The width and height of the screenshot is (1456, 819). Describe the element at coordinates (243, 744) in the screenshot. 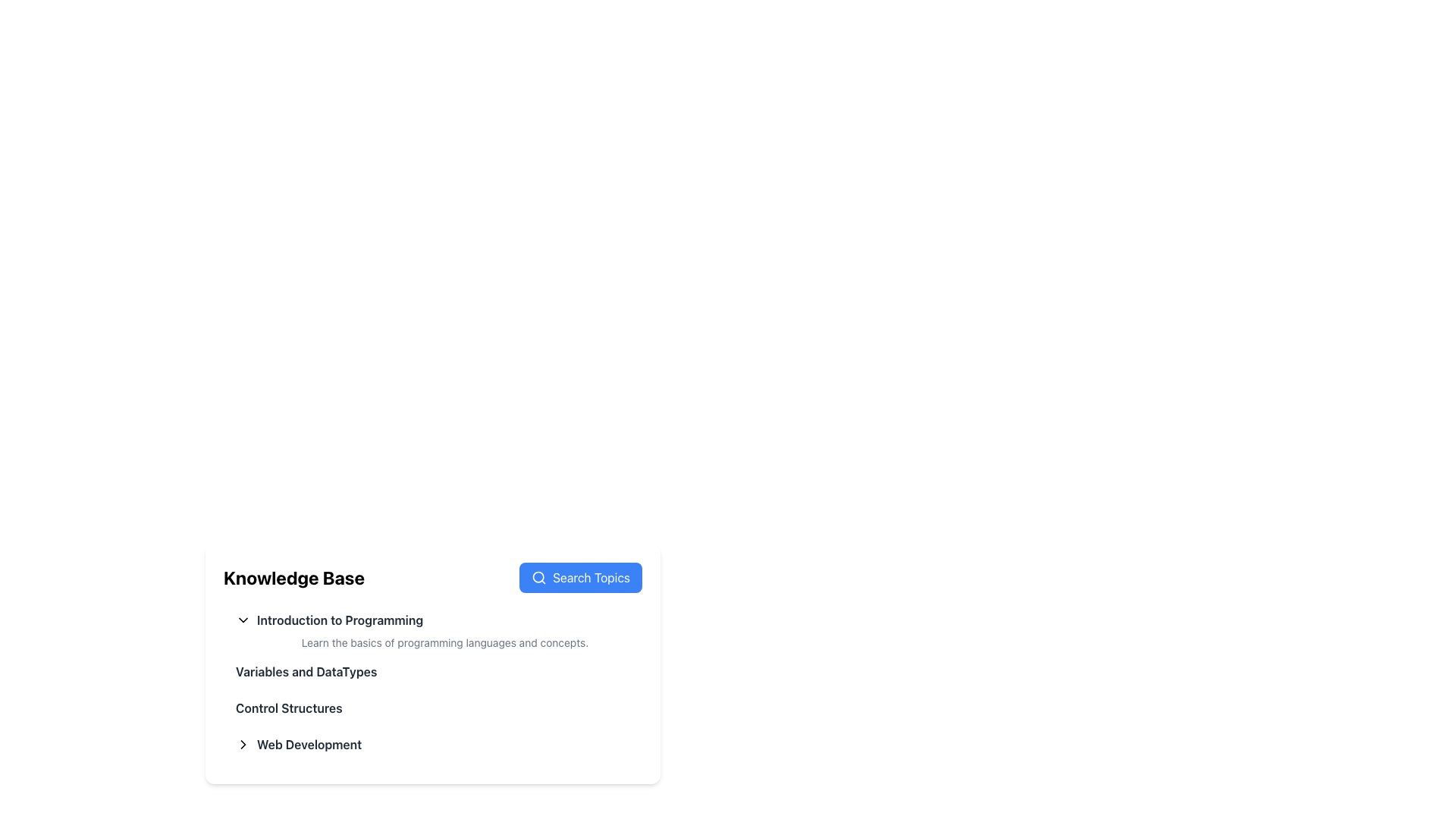

I see `the expandable icon next to 'Control Structures' in the 'Knowledge Base' section` at that location.